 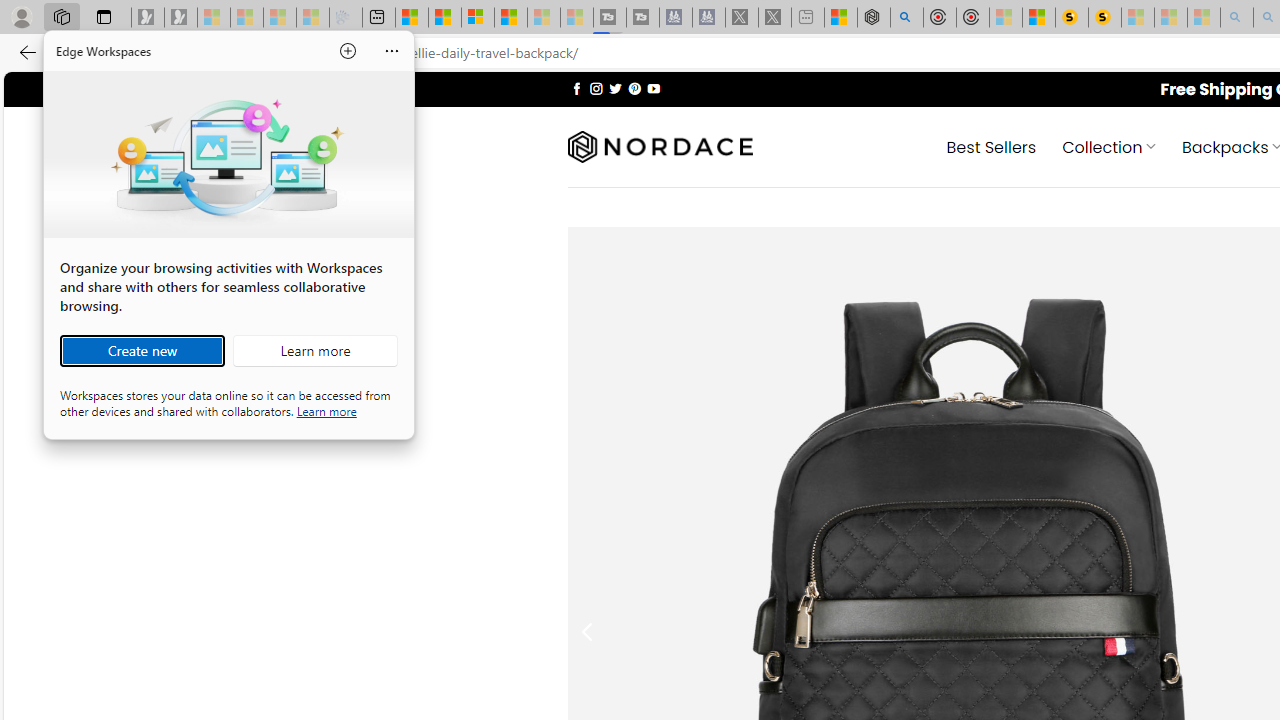 What do you see at coordinates (1236, 17) in the screenshot?
I see `'amazon - Search - Sleeping'` at bounding box center [1236, 17].